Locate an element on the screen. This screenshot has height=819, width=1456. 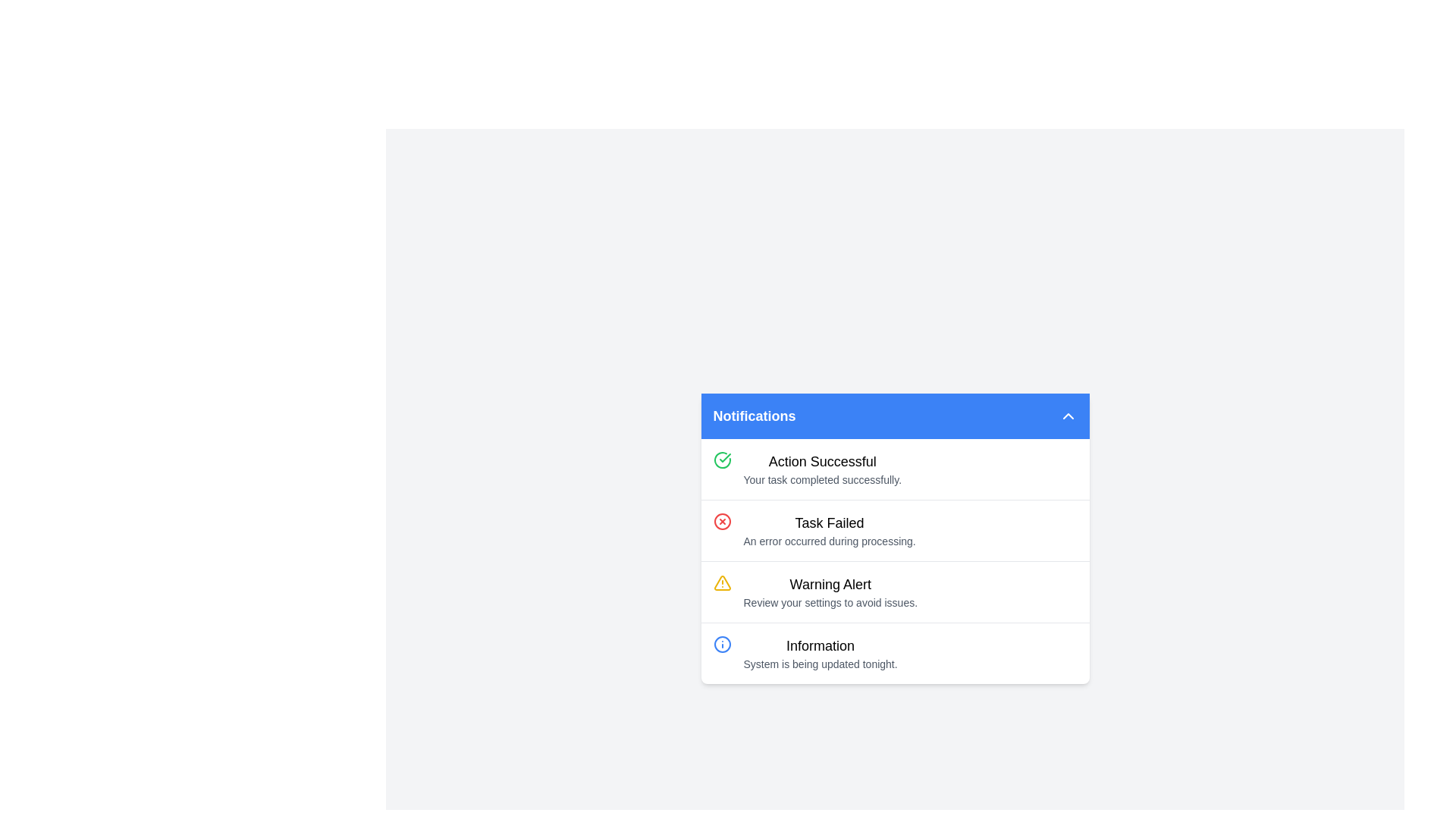
notification message labeled 'Action Successful' with the subtext 'Your task completed successfully.' located under the blue header 'Notifications.' is located at coordinates (821, 468).